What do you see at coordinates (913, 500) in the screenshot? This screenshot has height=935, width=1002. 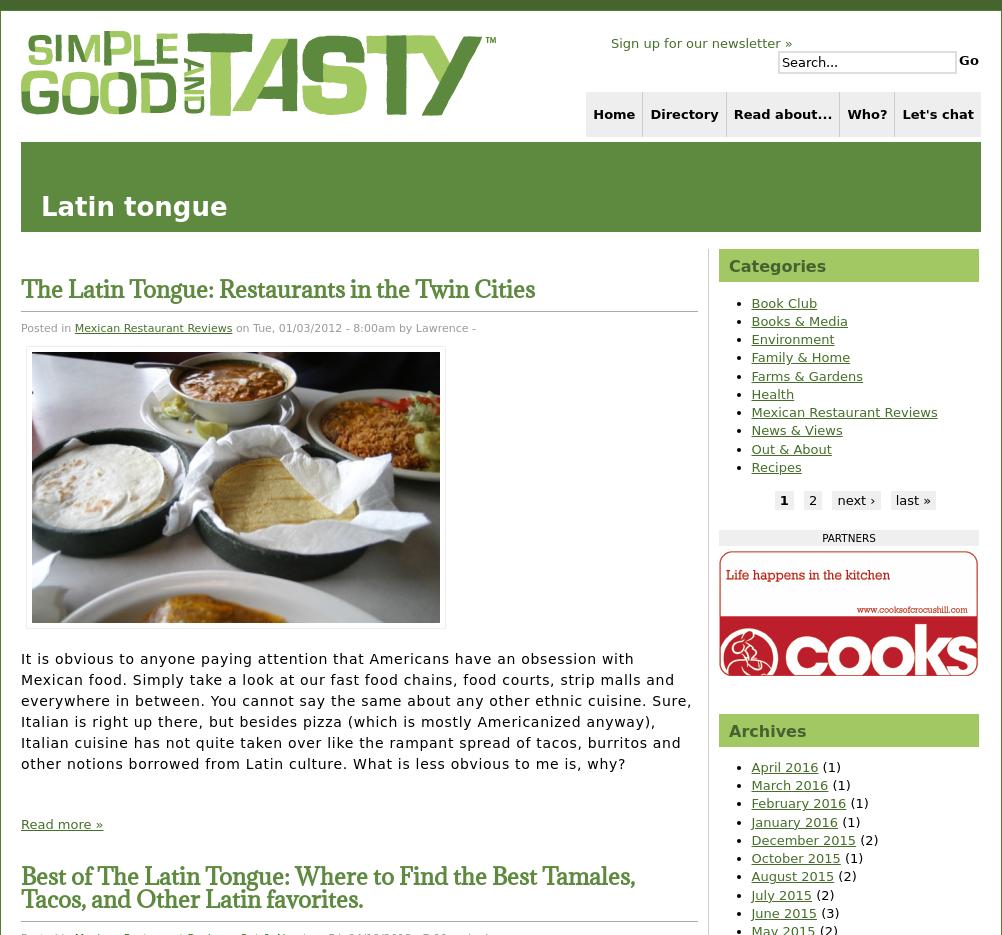 I see `'last »'` at bounding box center [913, 500].